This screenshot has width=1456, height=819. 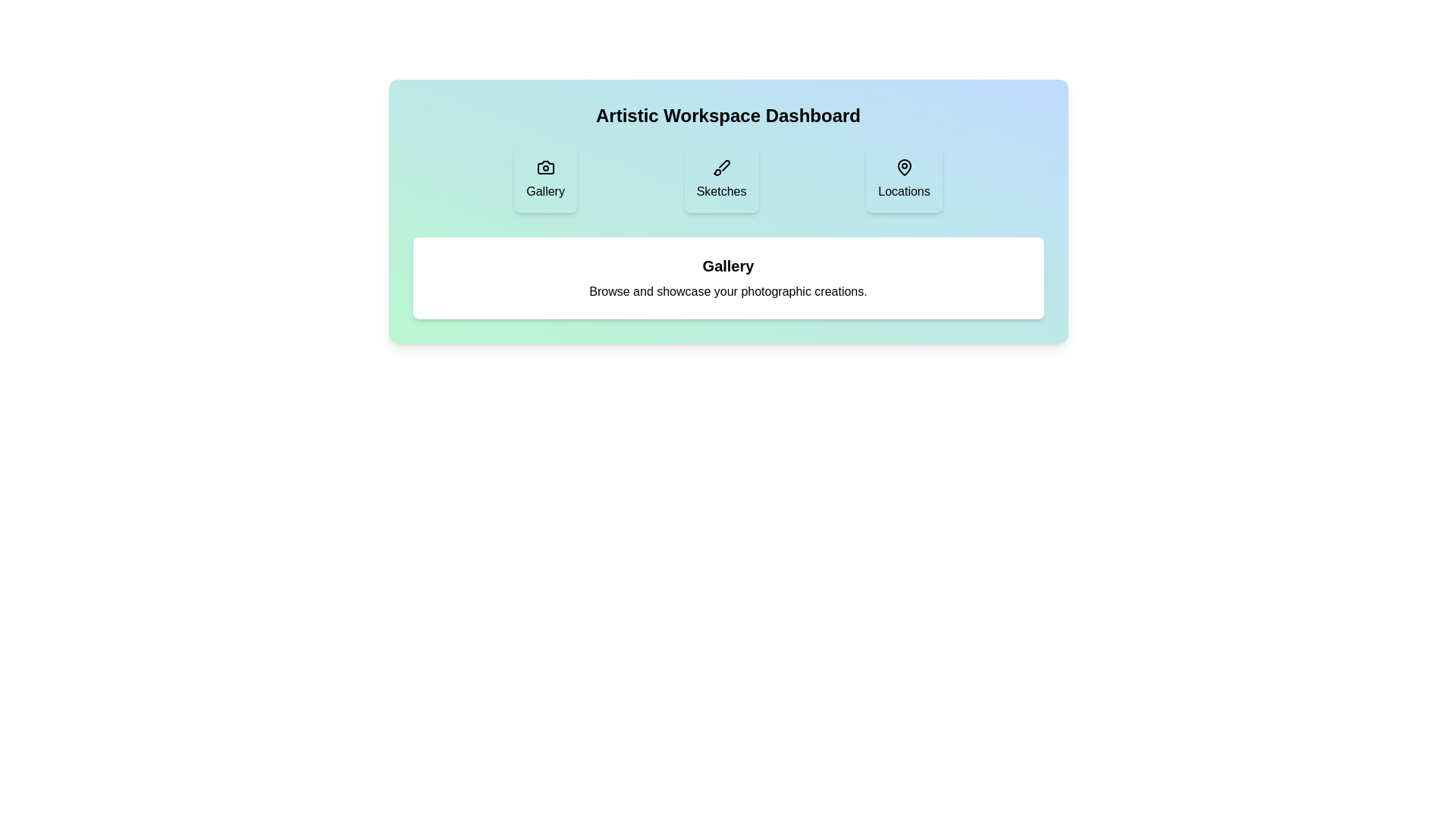 What do you see at coordinates (720, 178) in the screenshot?
I see `the Sketches tab by clicking on its button` at bounding box center [720, 178].